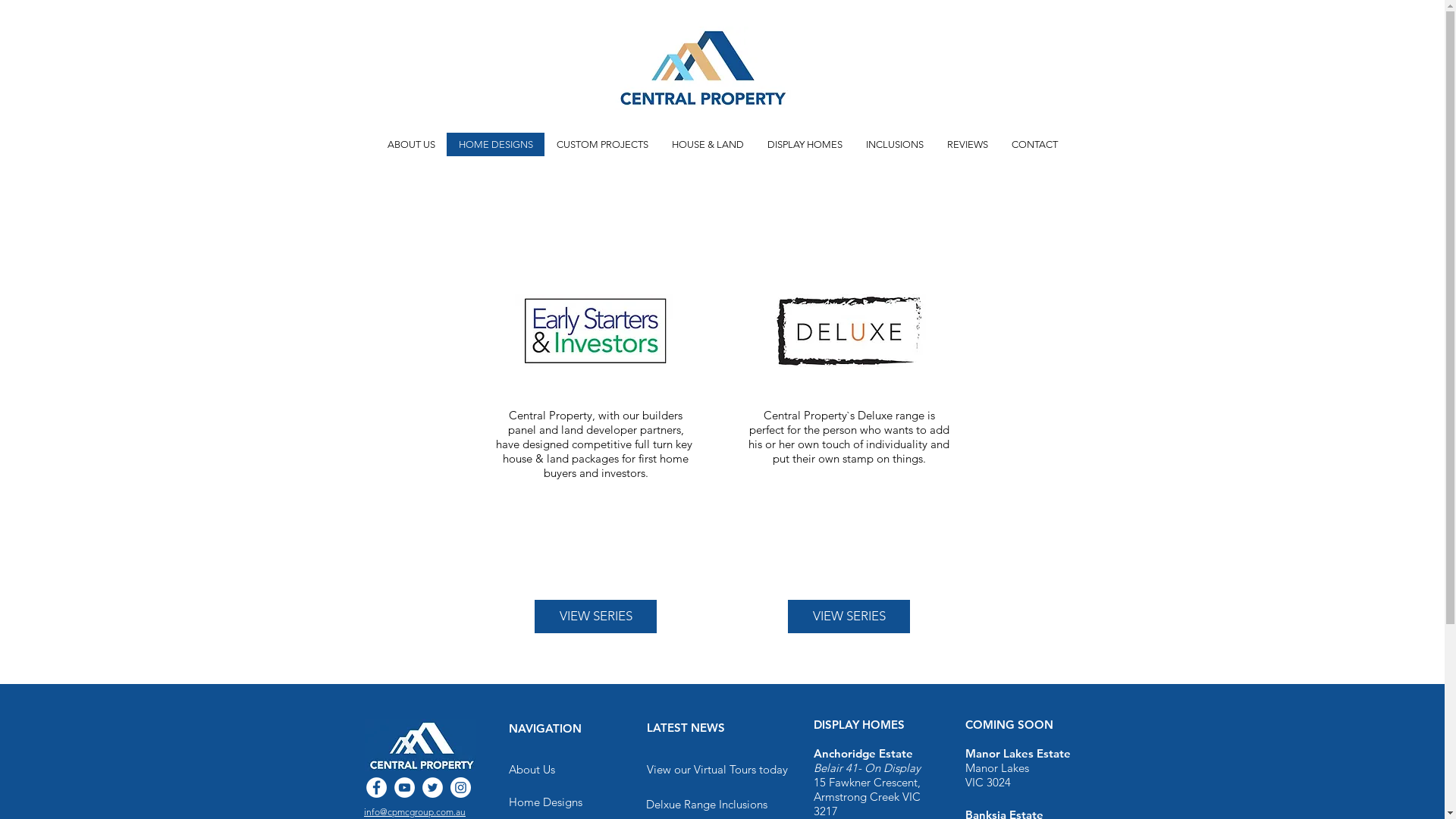 Image resolution: width=1456 pixels, height=819 pixels. Describe the element at coordinates (415, 811) in the screenshot. I see `'info@cpmcgroup.com.au'` at that location.